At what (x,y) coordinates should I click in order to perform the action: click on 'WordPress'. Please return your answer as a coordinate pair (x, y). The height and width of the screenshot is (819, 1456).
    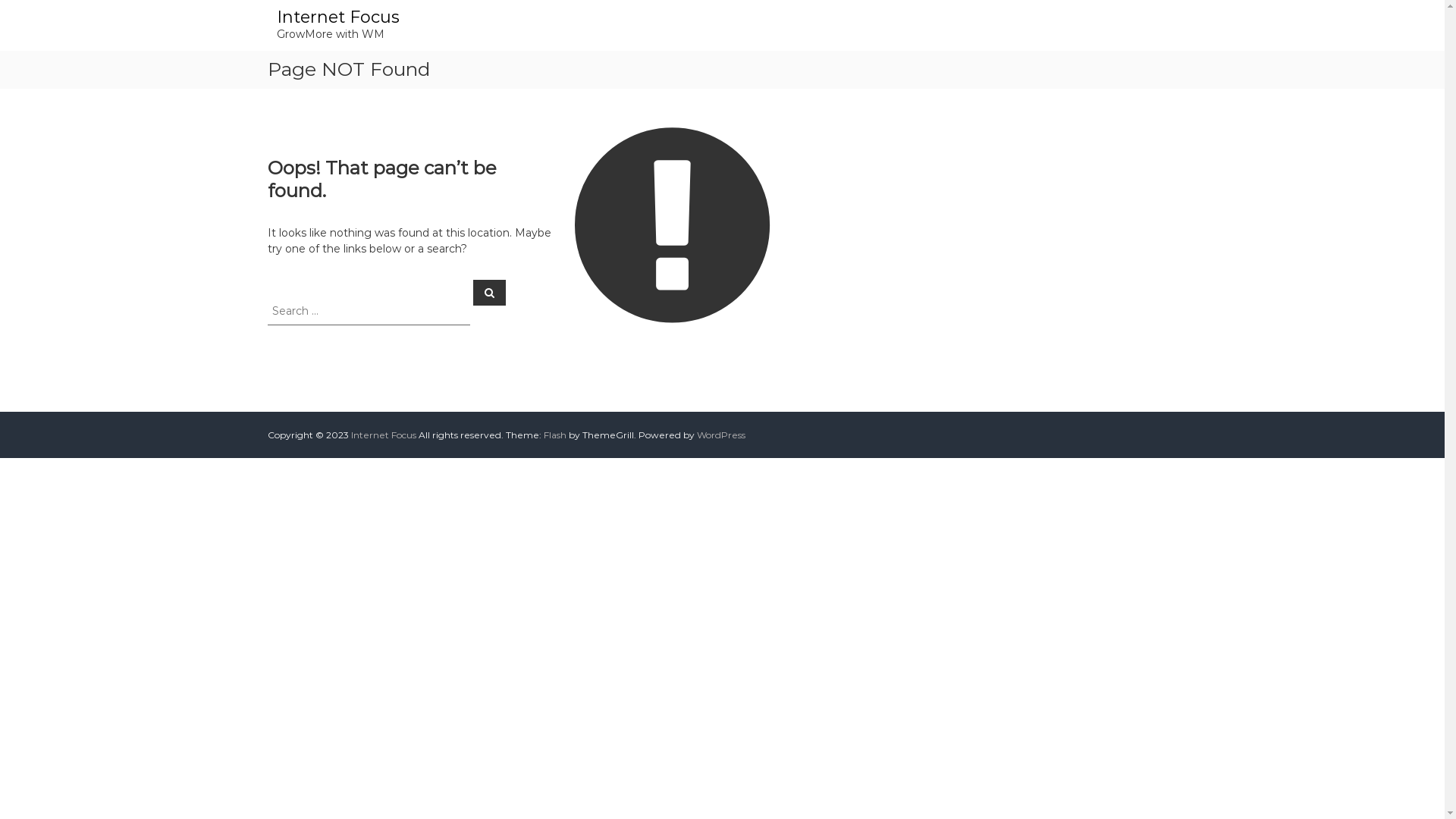
    Looking at the image, I should click on (720, 435).